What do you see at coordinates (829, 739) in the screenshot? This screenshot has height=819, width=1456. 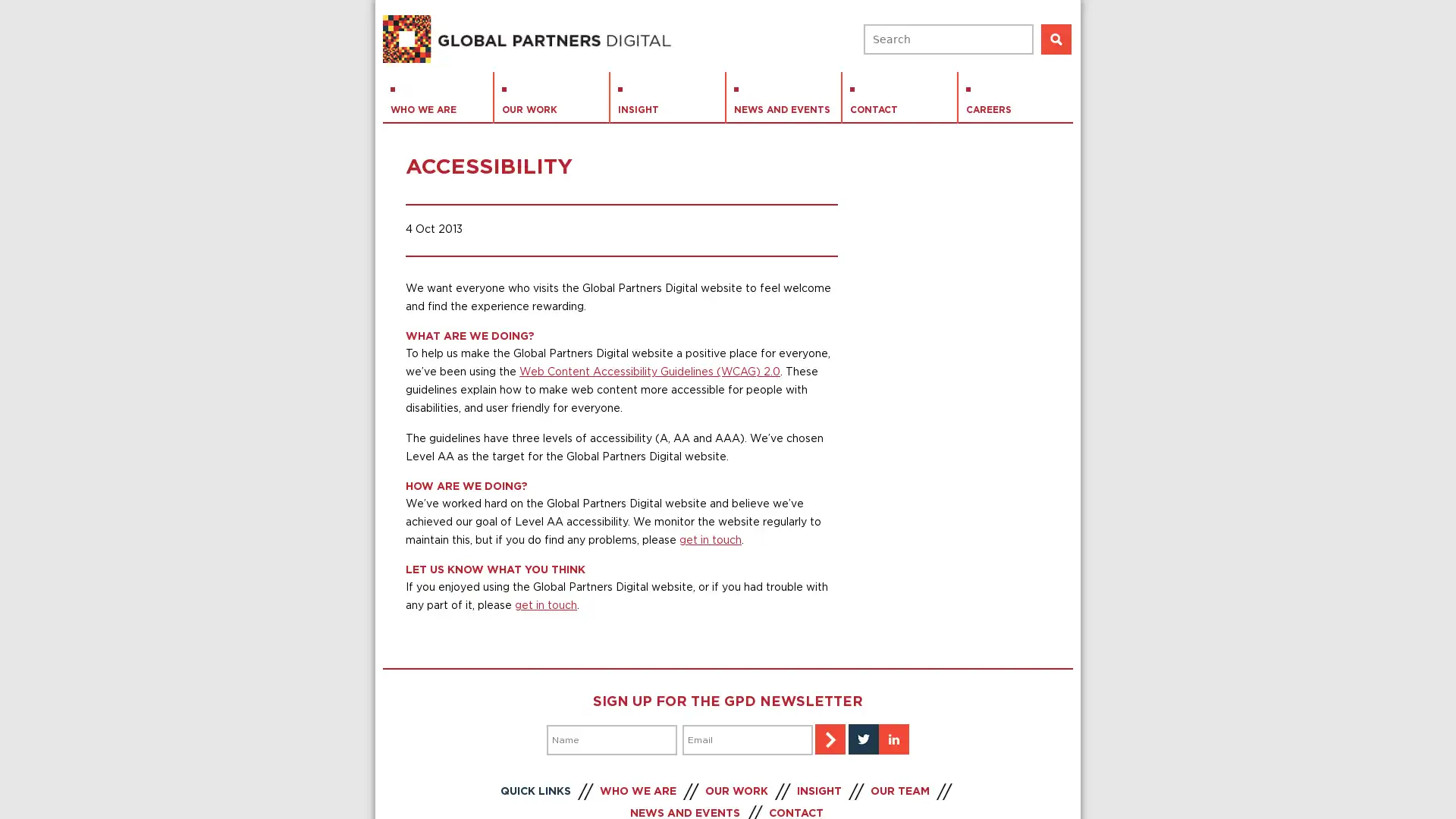 I see `Sign-up` at bounding box center [829, 739].